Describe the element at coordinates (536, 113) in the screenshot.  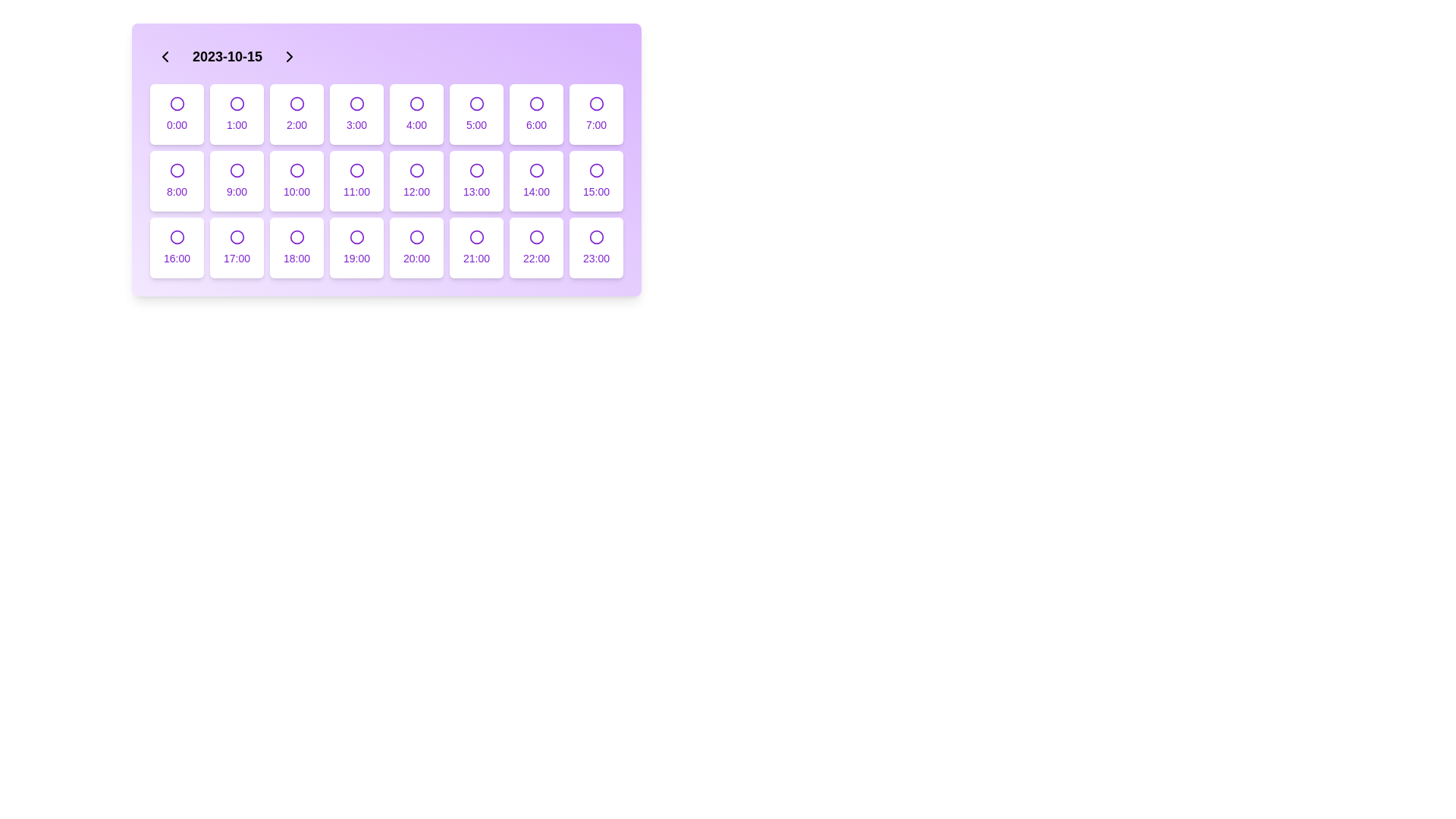
I see `the button labeled '6:00' which is a square box with a purple font and an unfilled circle icon` at that location.